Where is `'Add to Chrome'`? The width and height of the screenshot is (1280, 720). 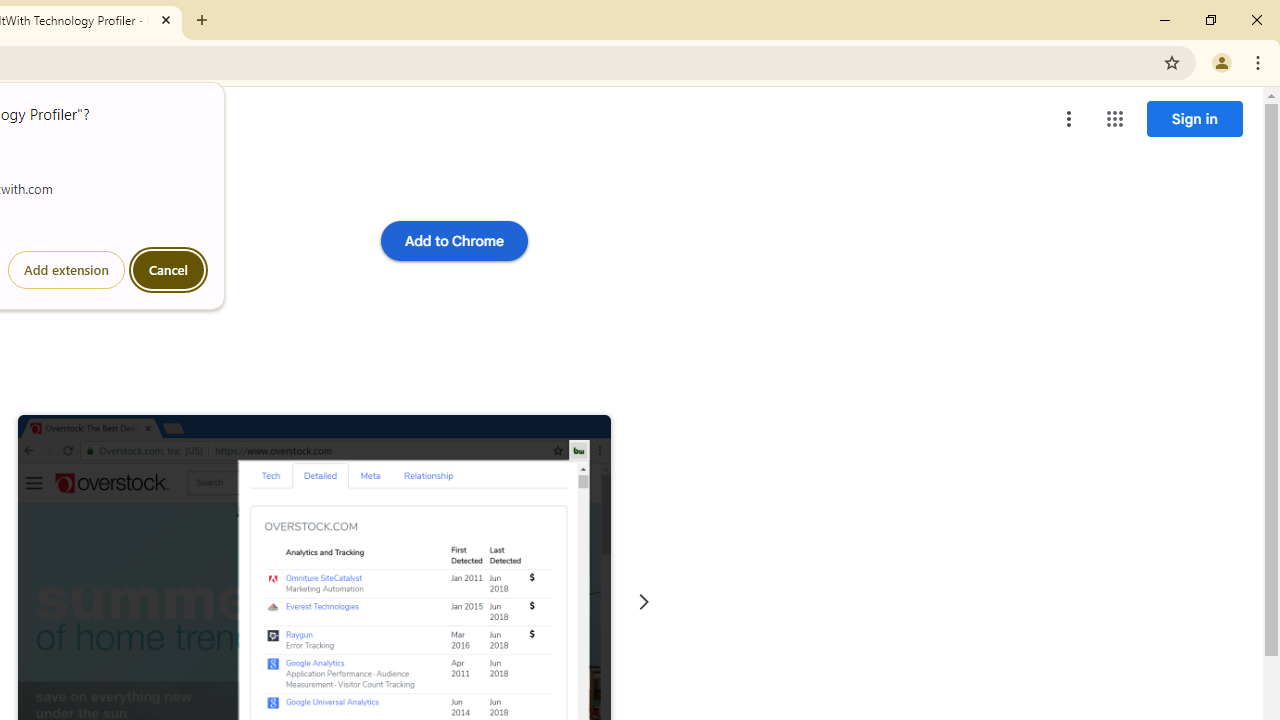
'Add to Chrome' is located at coordinates (452, 239).